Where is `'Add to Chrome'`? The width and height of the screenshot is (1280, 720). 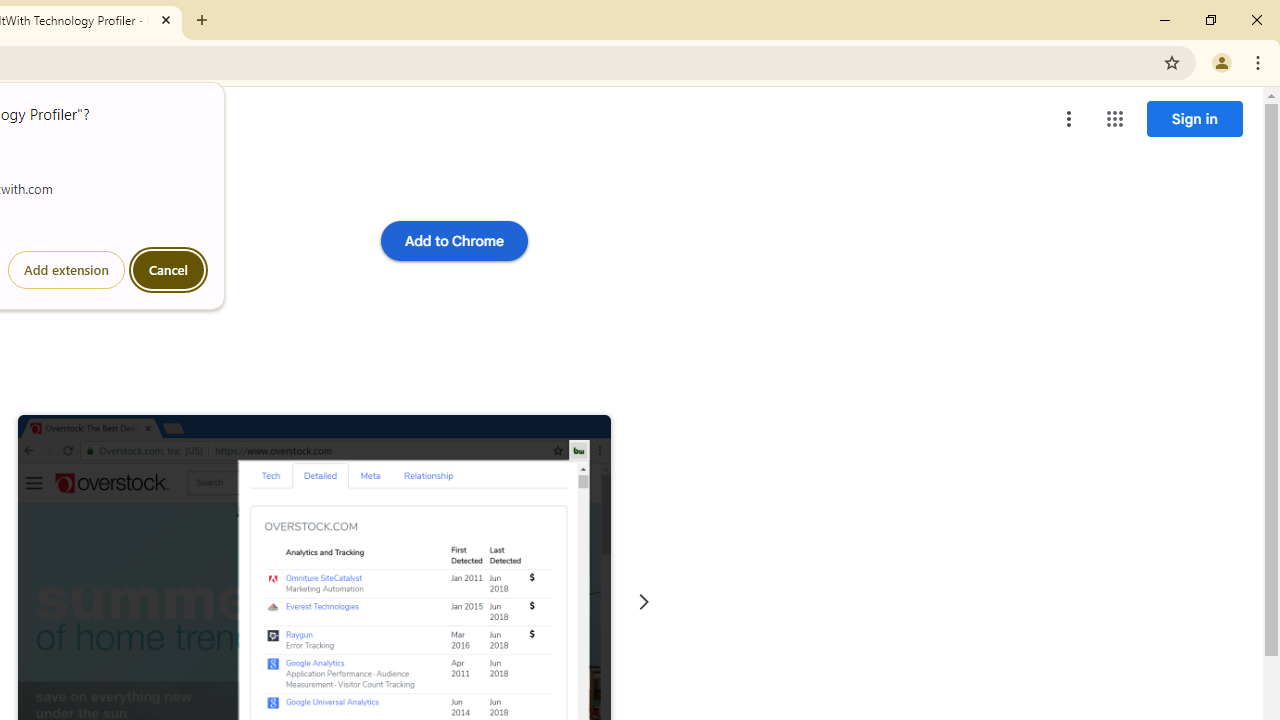
'Add to Chrome' is located at coordinates (452, 239).